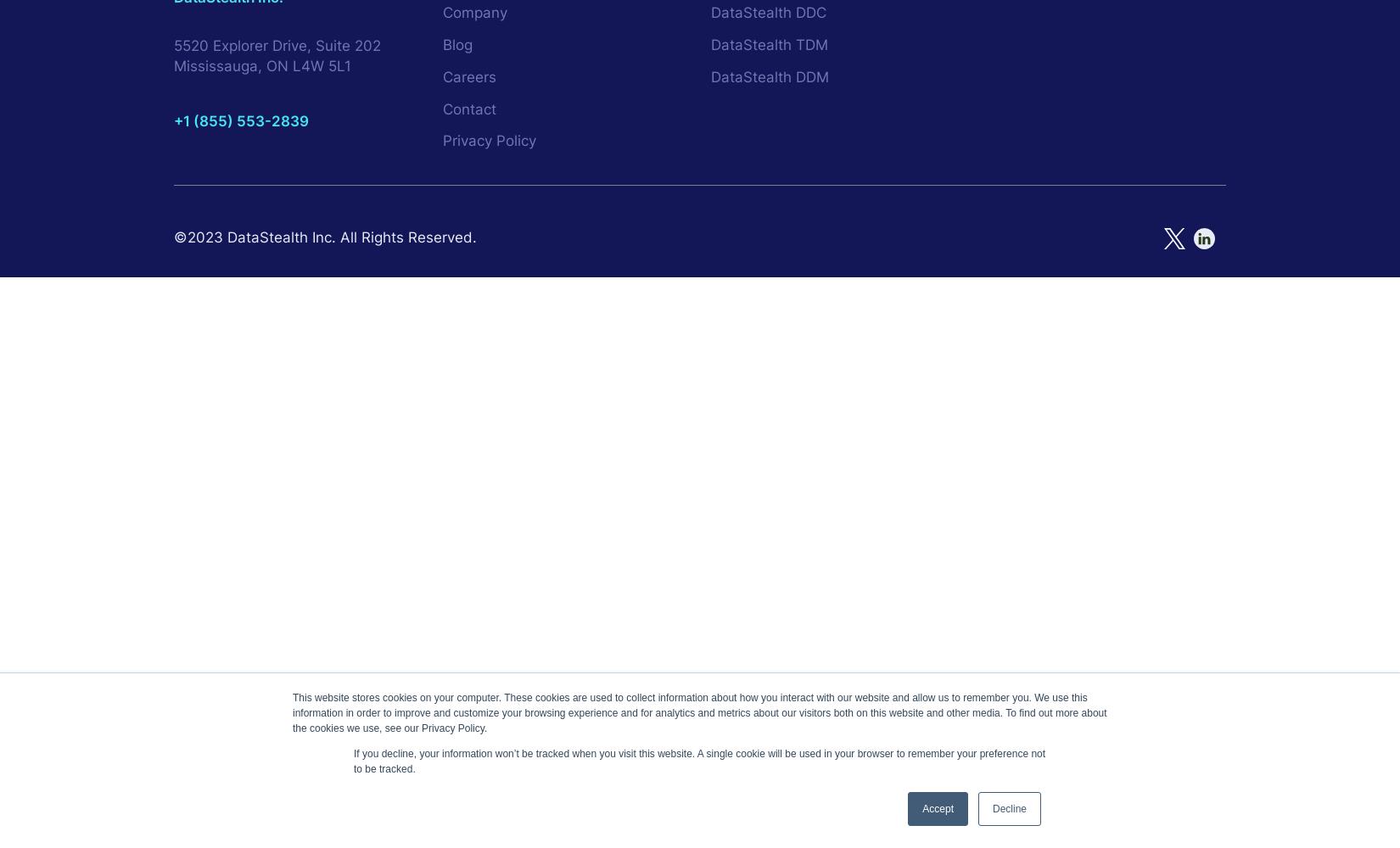 The height and width of the screenshot is (848, 1400). I want to click on 'Contact', so click(468, 109).